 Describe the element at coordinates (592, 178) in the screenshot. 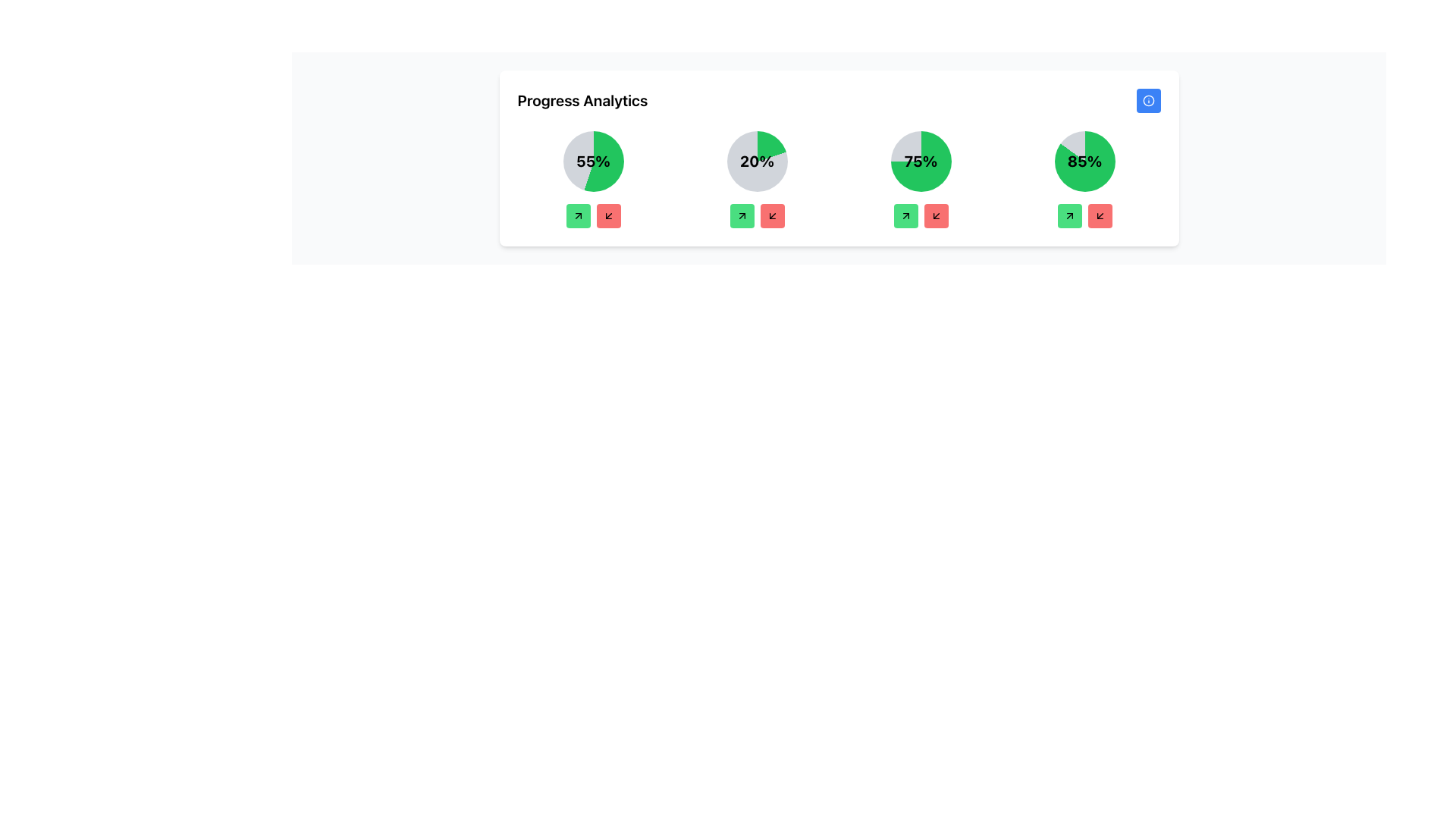

I see `the displayed percentage of the Circular Progress Indicator labeled '55%' located at the top-left corner of its group` at that location.